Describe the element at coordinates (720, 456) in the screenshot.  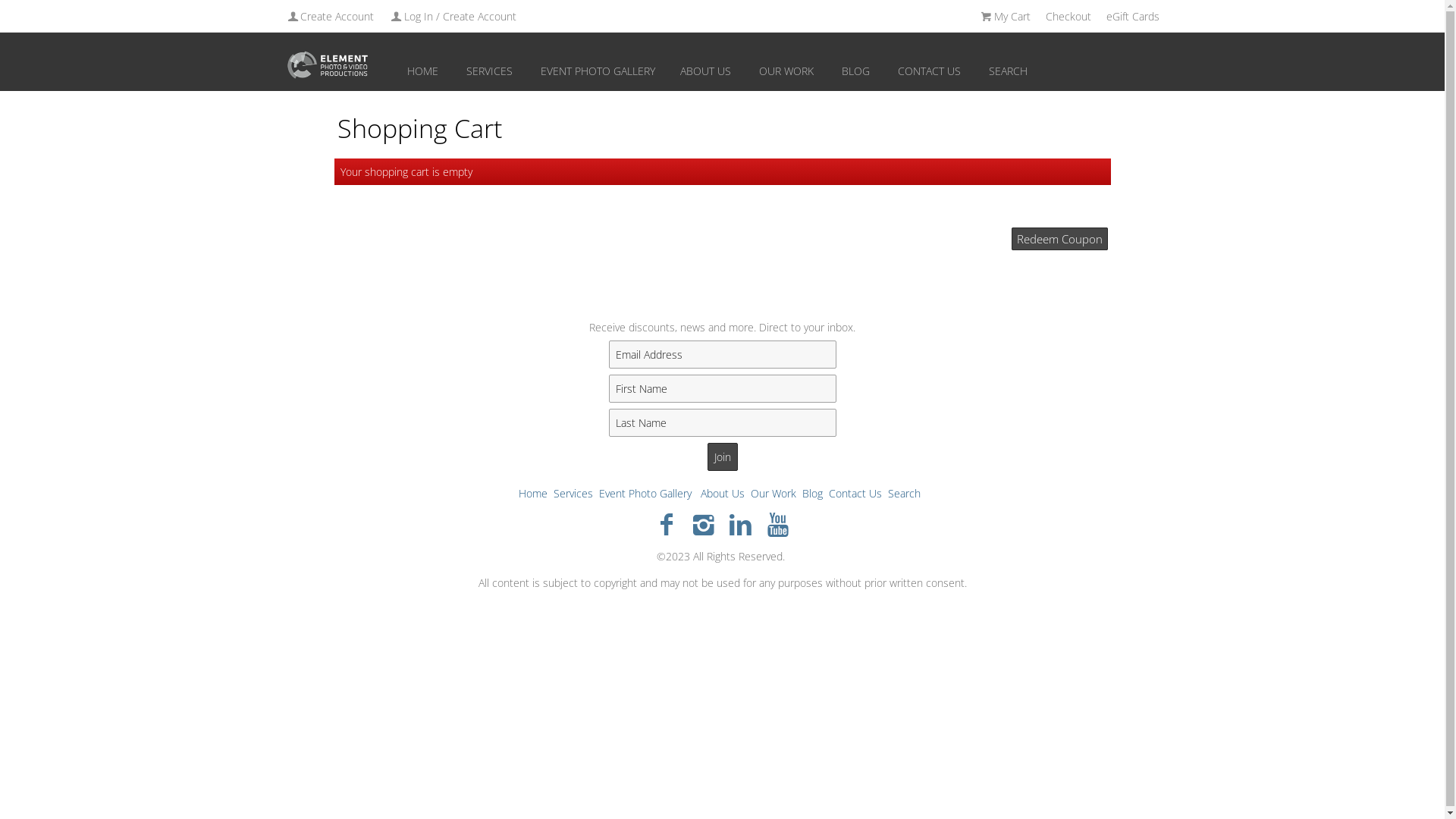
I see `'Join'` at that location.